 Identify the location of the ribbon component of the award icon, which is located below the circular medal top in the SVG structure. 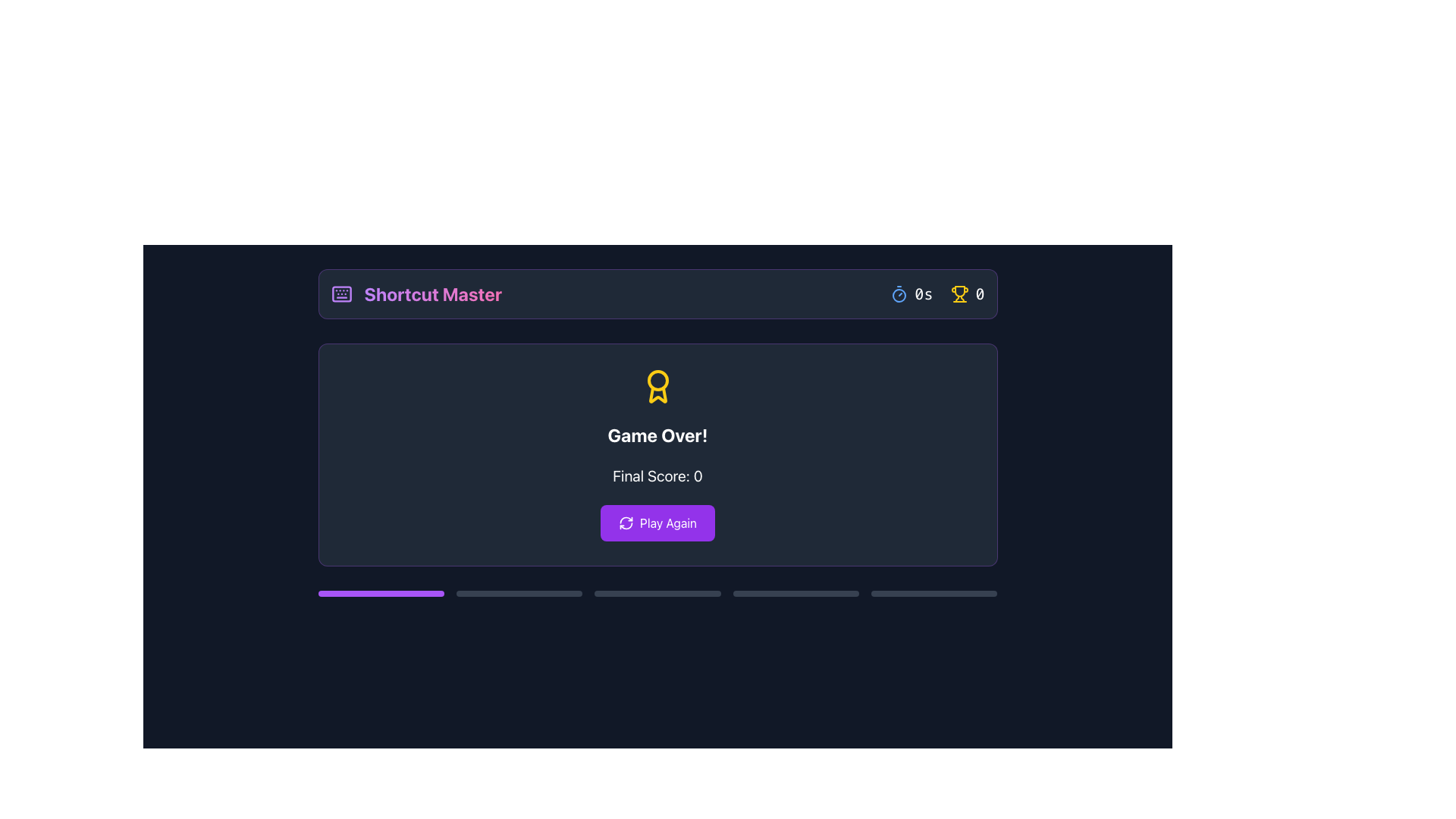
(657, 394).